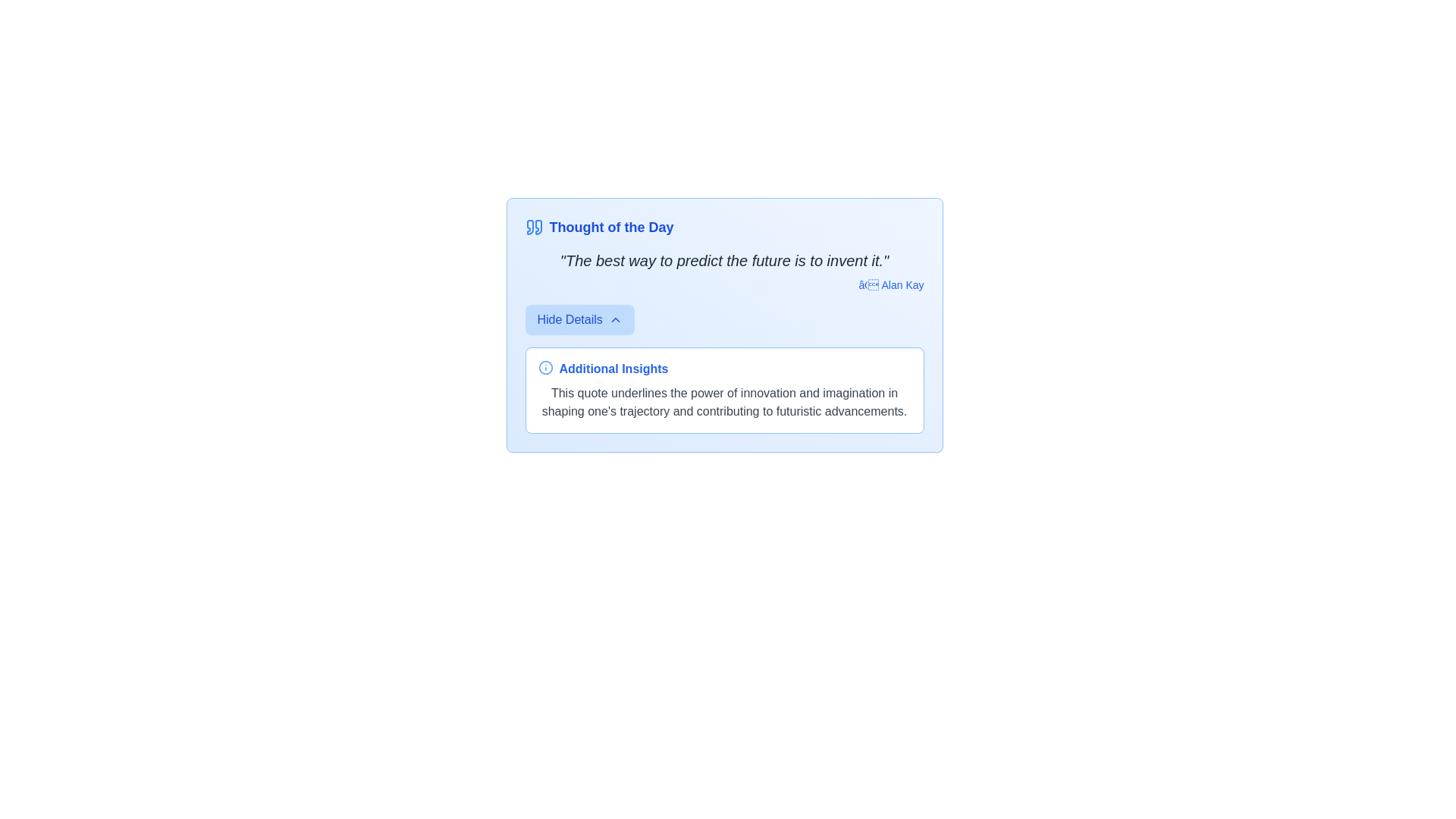  I want to click on the 'Hide Details' button, which is a rectangular button with rounded corners and a light blue background, located in the top-middle portion of the card layout, so click(579, 318).